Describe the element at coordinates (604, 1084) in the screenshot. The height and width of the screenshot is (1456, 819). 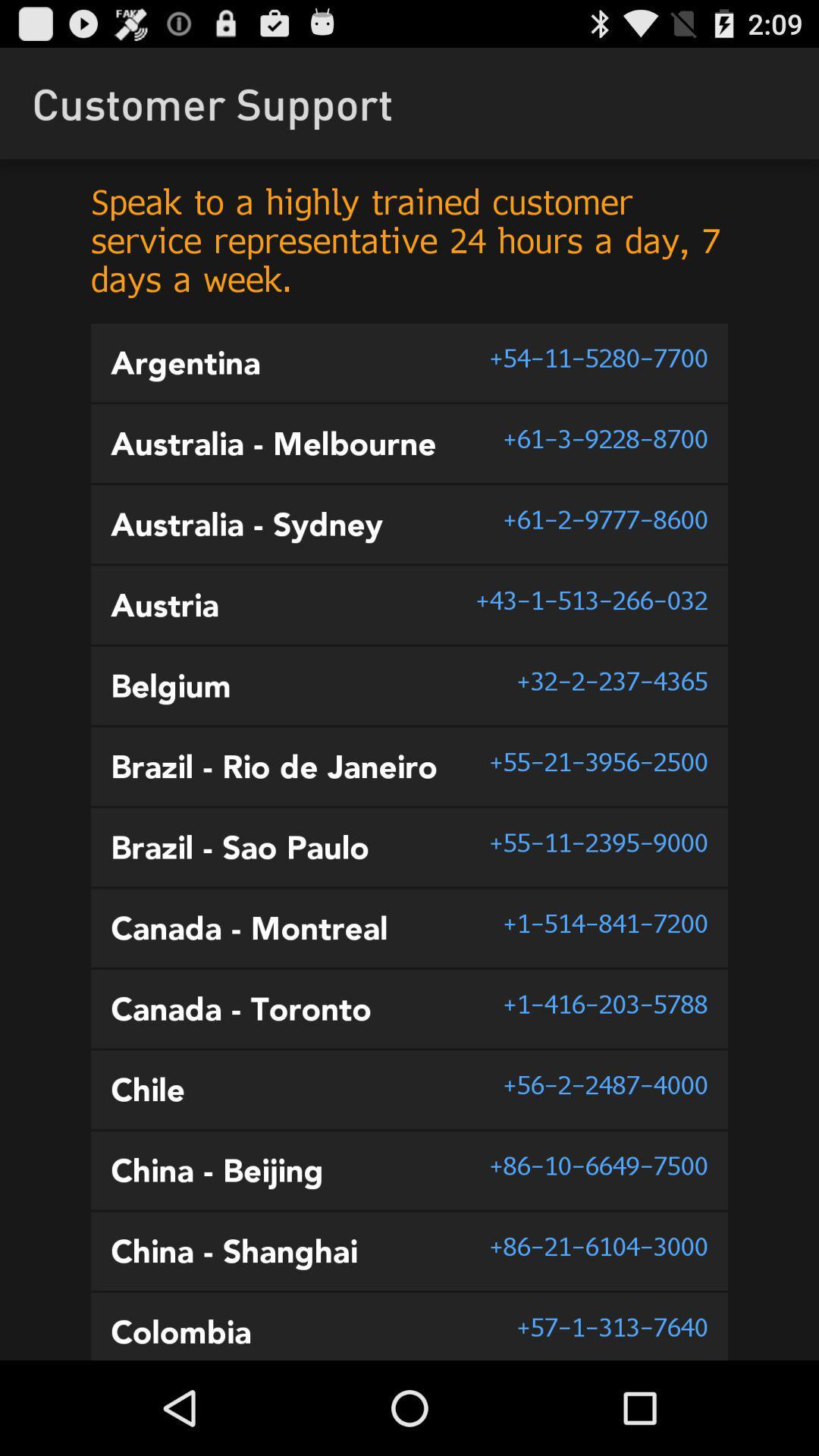
I see `the 56 2 2487 icon` at that location.